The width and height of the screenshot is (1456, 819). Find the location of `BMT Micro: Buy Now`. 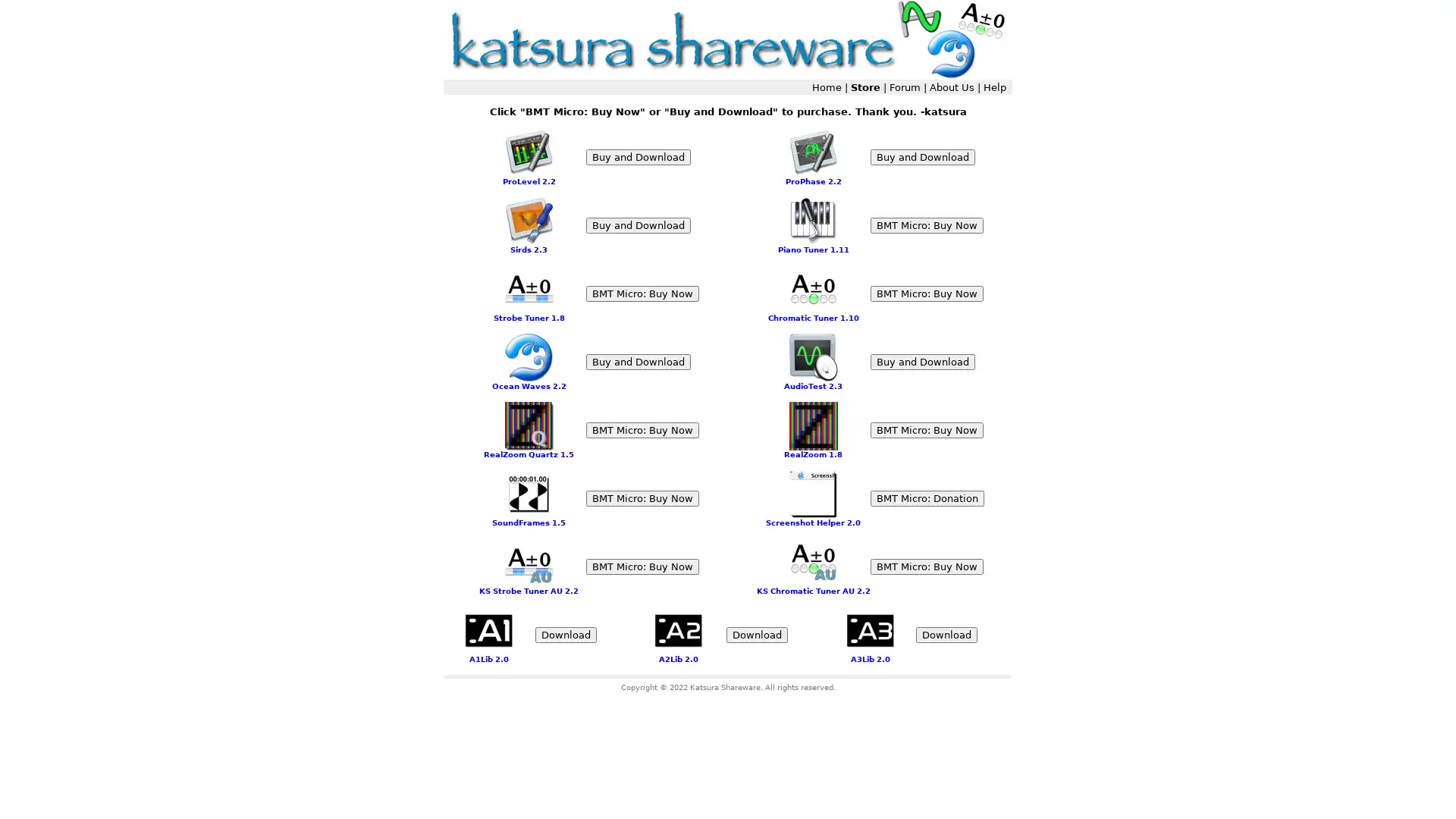

BMT Micro: Buy Now is located at coordinates (925, 566).